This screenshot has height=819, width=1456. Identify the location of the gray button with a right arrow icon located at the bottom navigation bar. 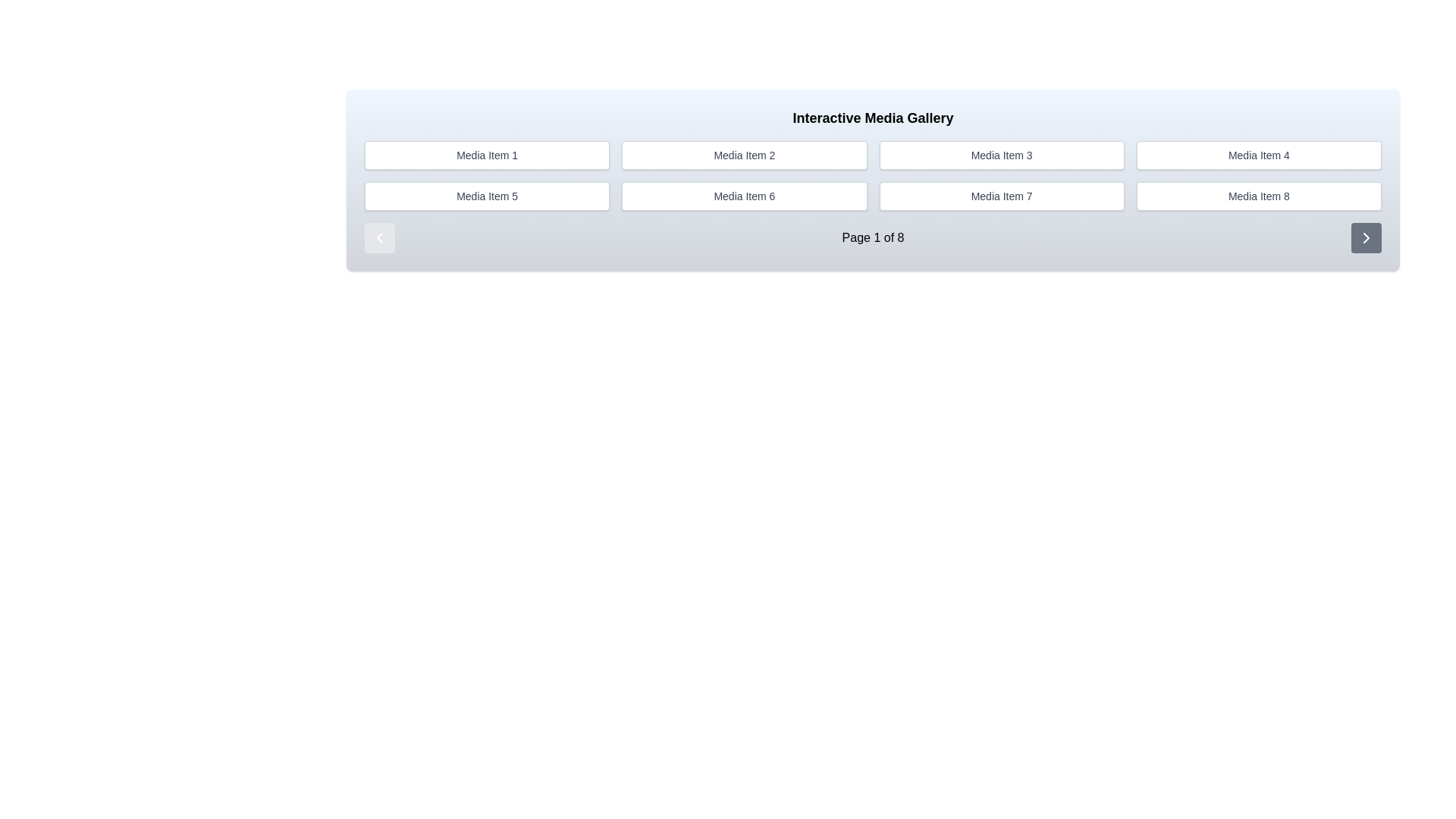
(1366, 237).